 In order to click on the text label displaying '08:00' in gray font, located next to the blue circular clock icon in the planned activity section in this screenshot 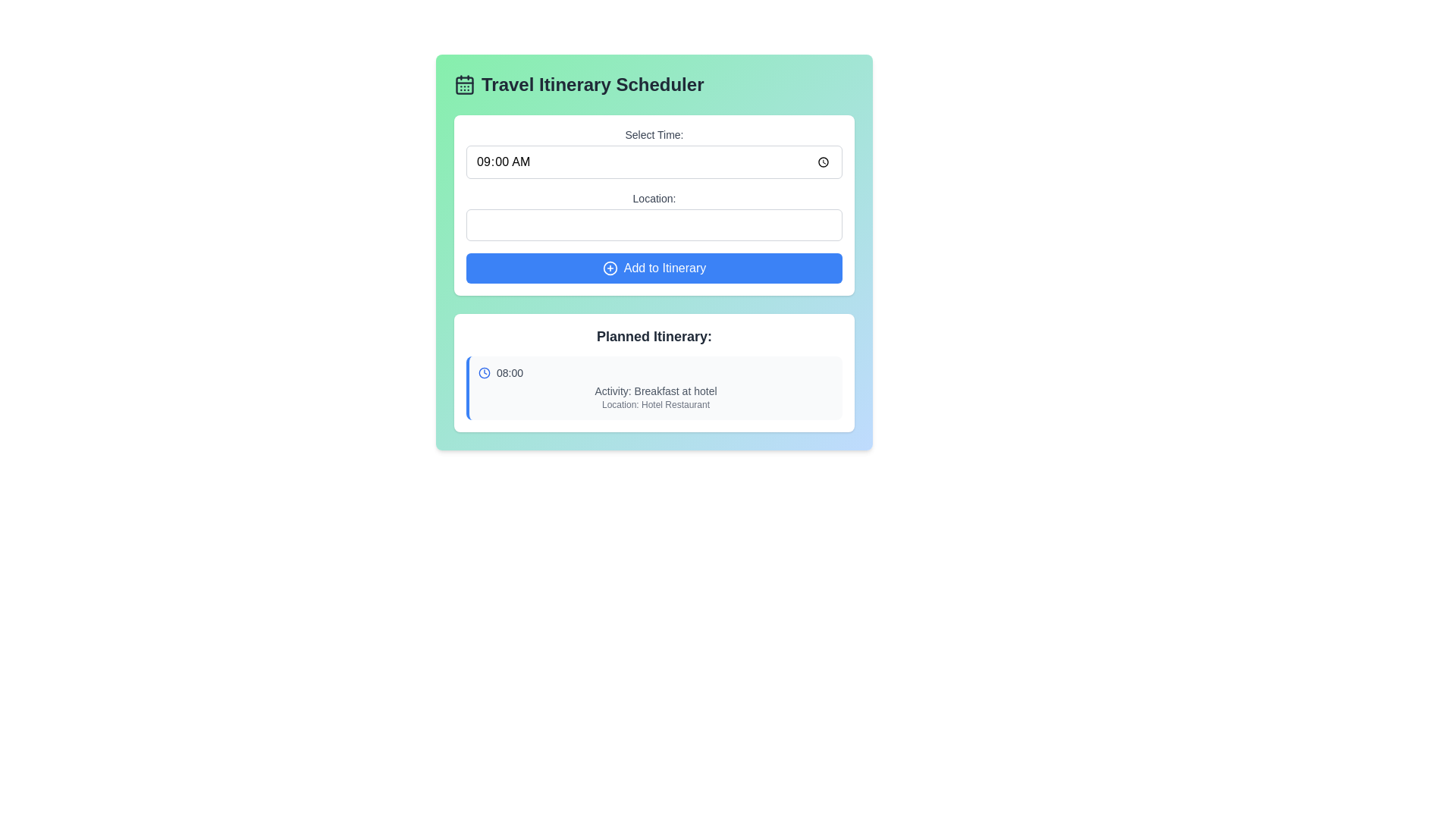, I will do `click(510, 373)`.